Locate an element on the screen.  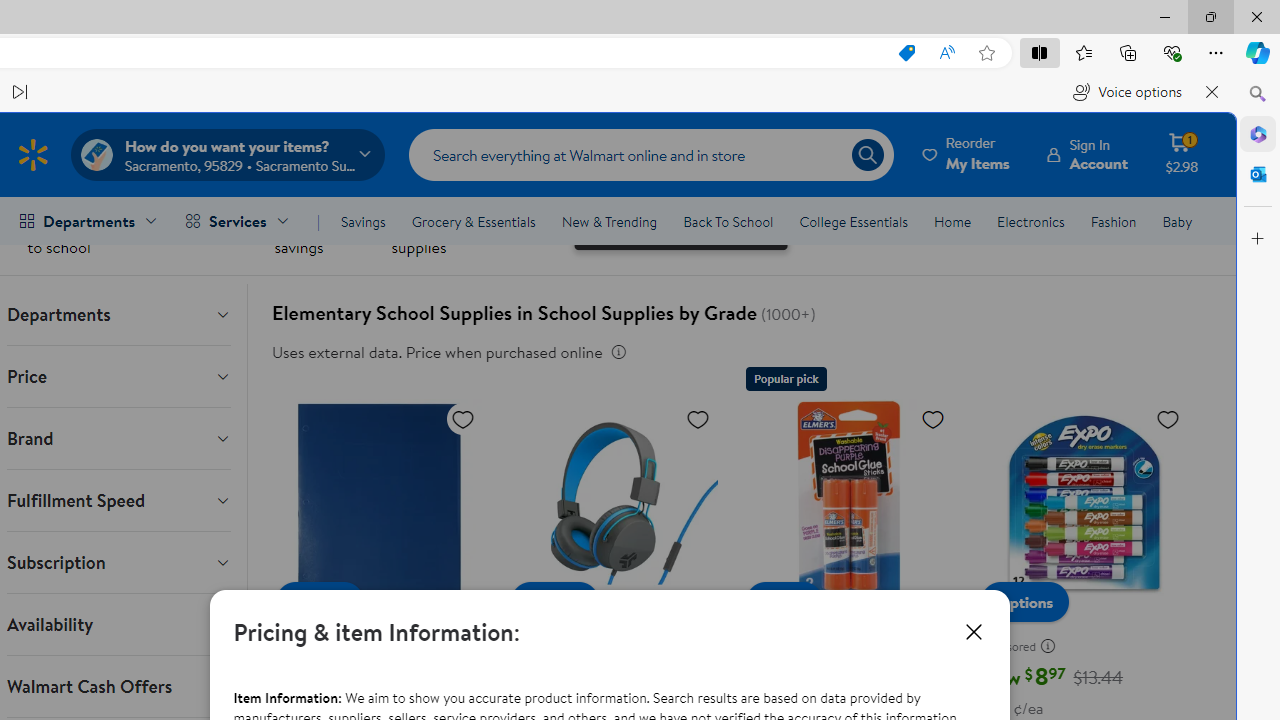
'This site has coupons! Shopping in Microsoft Edge, 7' is located at coordinates (905, 52).